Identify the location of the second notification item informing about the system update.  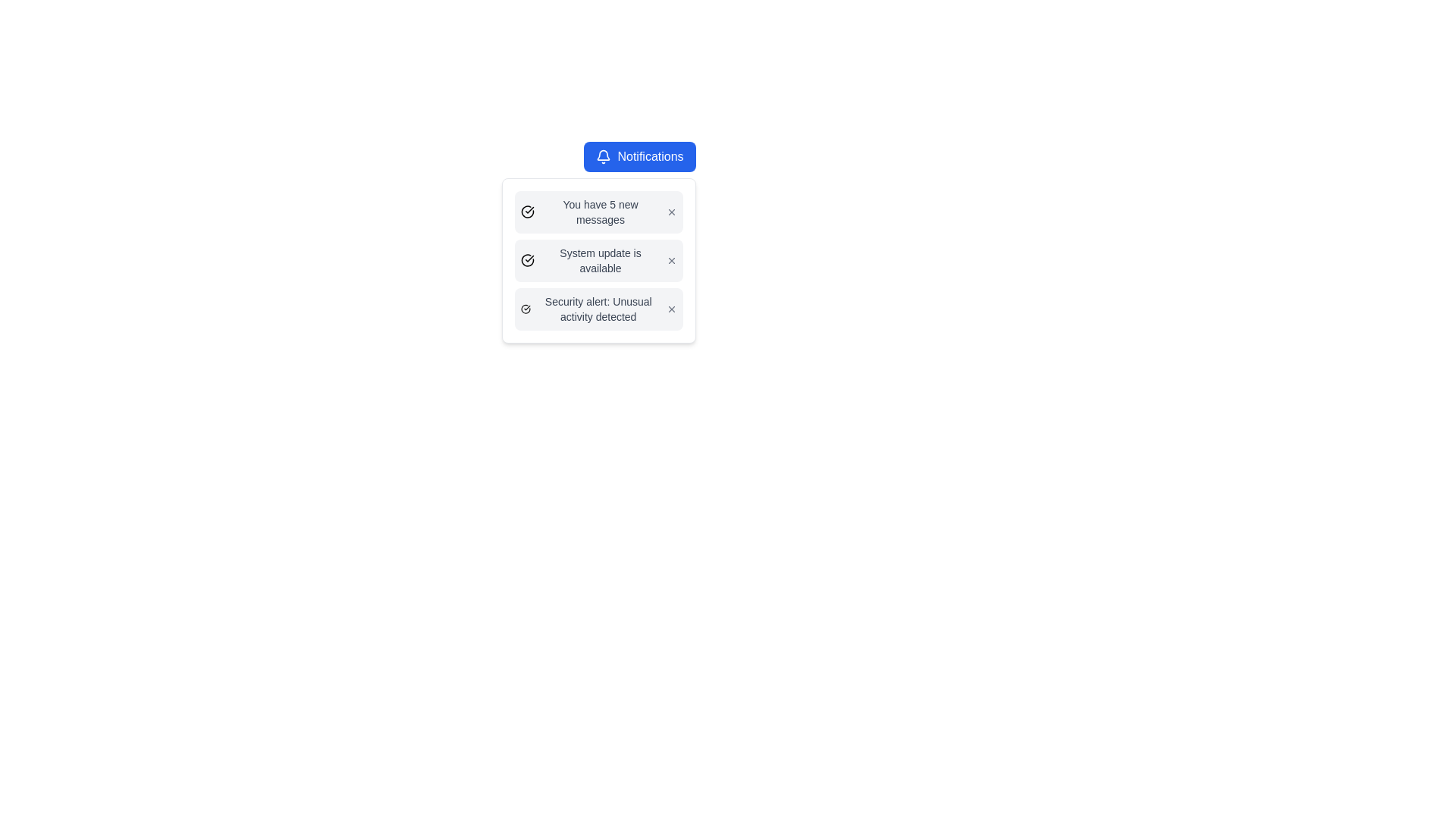
(598, 259).